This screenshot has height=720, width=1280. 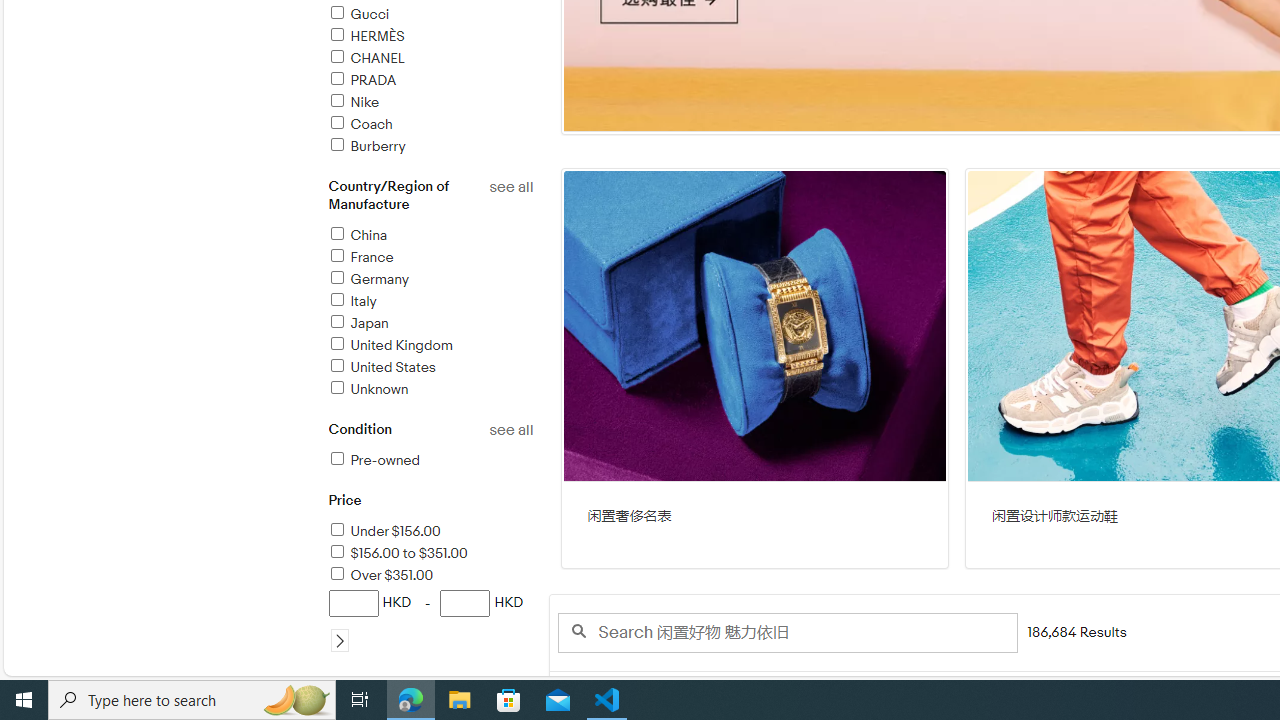 I want to click on 'Gucci', so click(x=358, y=14).